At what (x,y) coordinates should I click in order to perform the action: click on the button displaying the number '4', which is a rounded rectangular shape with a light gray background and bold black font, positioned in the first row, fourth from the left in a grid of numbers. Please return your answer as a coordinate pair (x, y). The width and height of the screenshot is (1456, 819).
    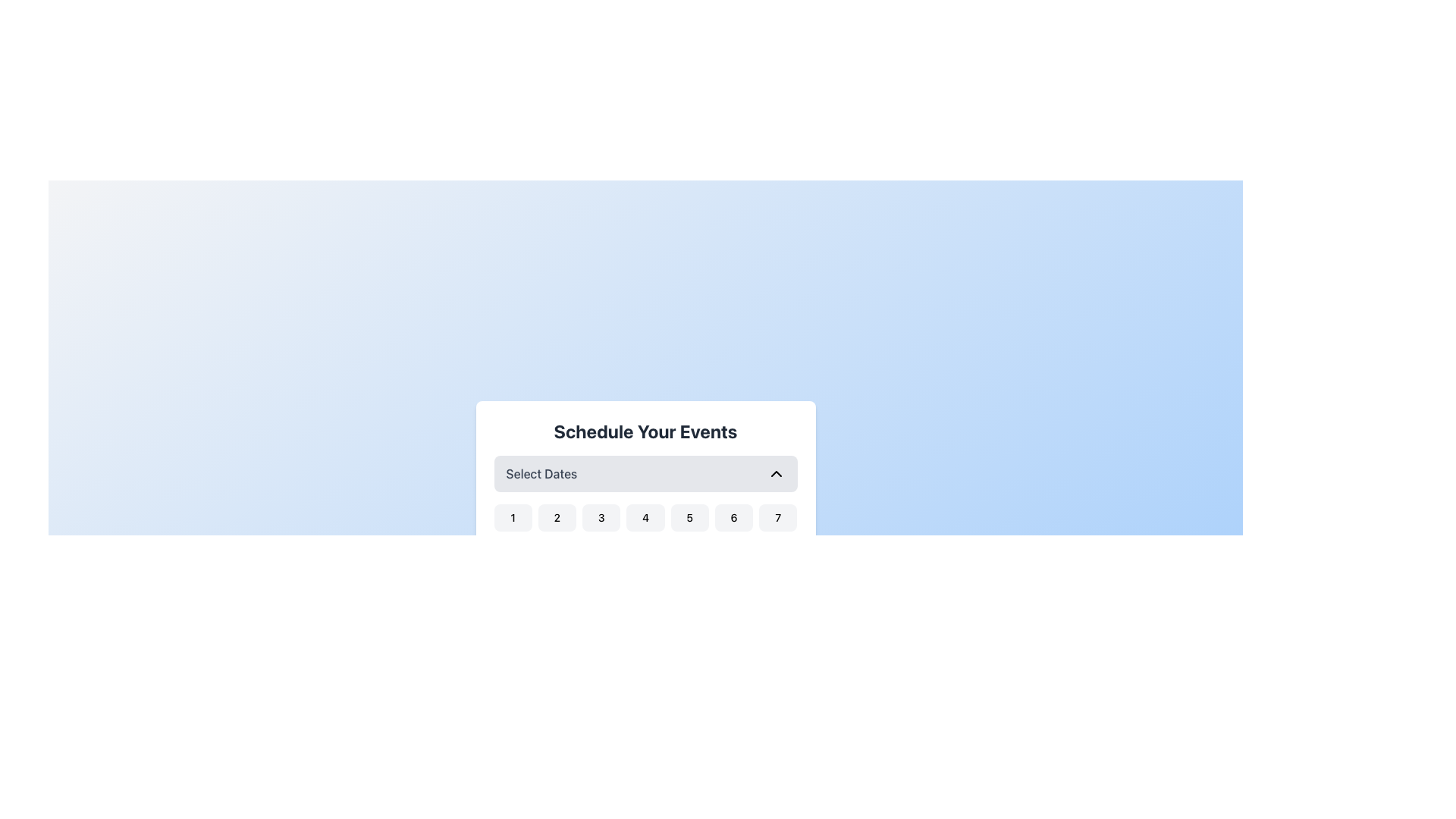
    Looking at the image, I should click on (645, 517).